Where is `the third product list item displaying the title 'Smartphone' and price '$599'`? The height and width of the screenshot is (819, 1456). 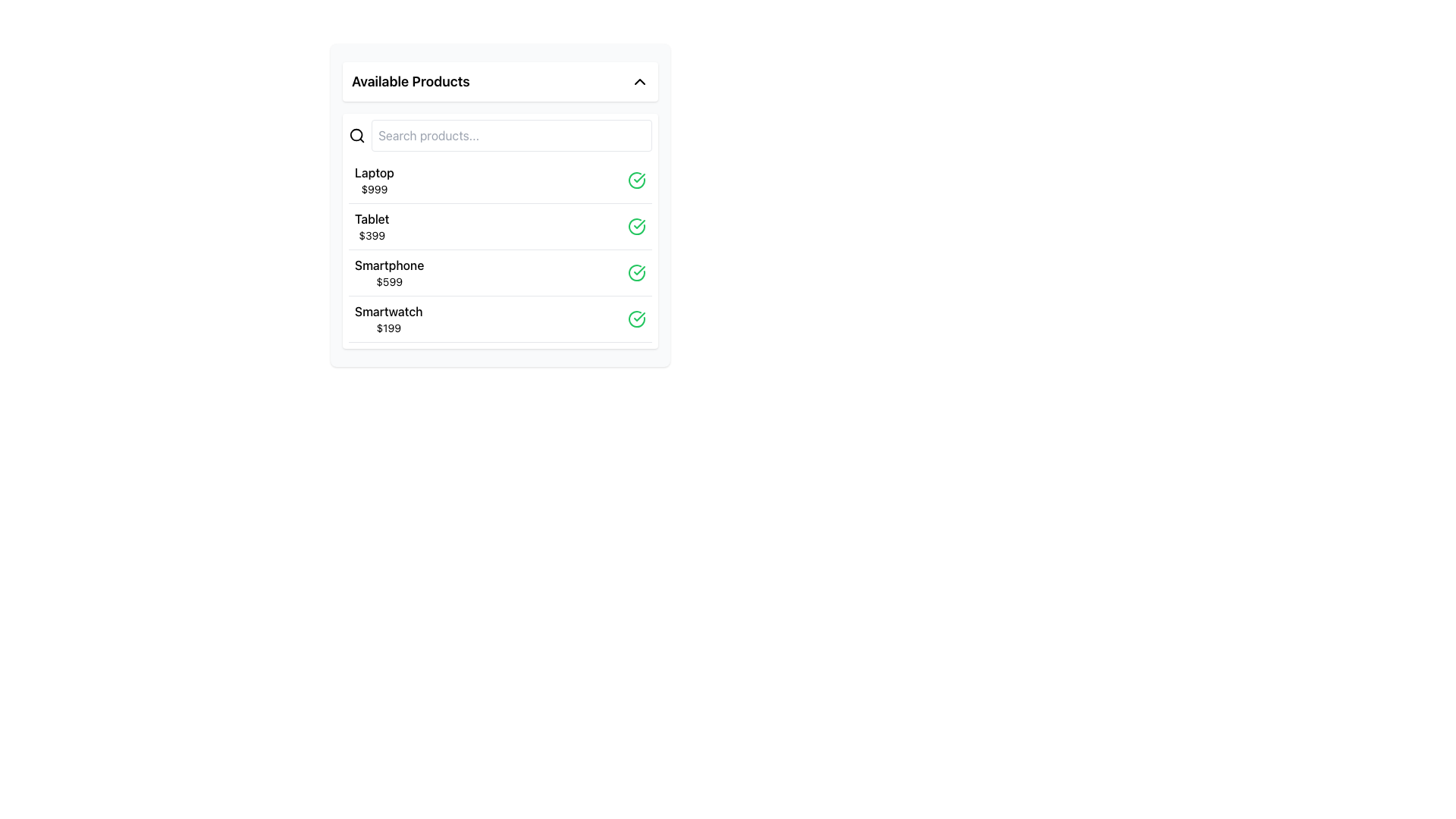
the third product list item displaying the title 'Smartphone' and price '$599' is located at coordinates (500, 273).